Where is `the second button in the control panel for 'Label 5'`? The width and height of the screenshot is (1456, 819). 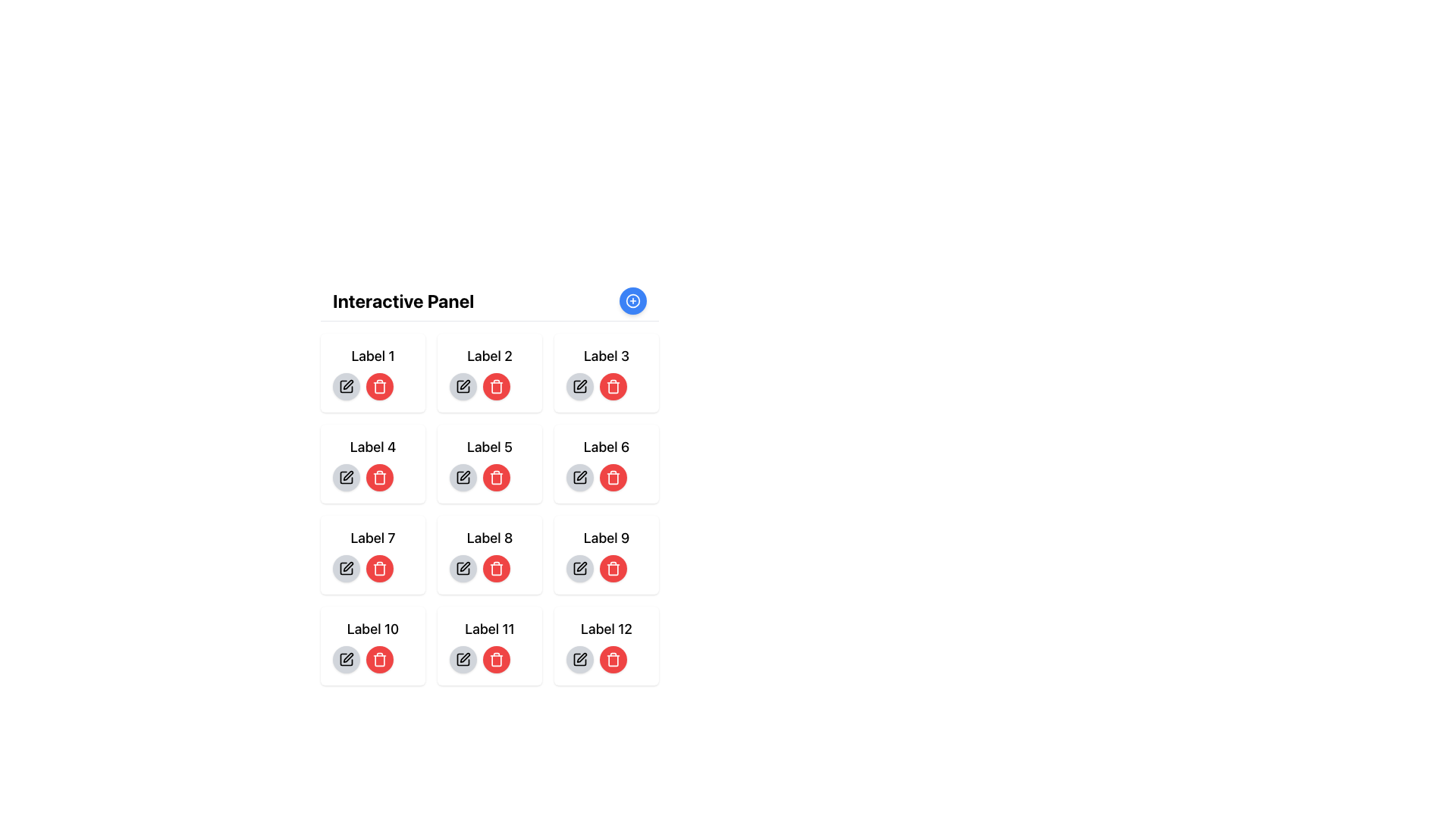
the second button in the control panel for 'Label 5' is located at coordinates (490, 476).